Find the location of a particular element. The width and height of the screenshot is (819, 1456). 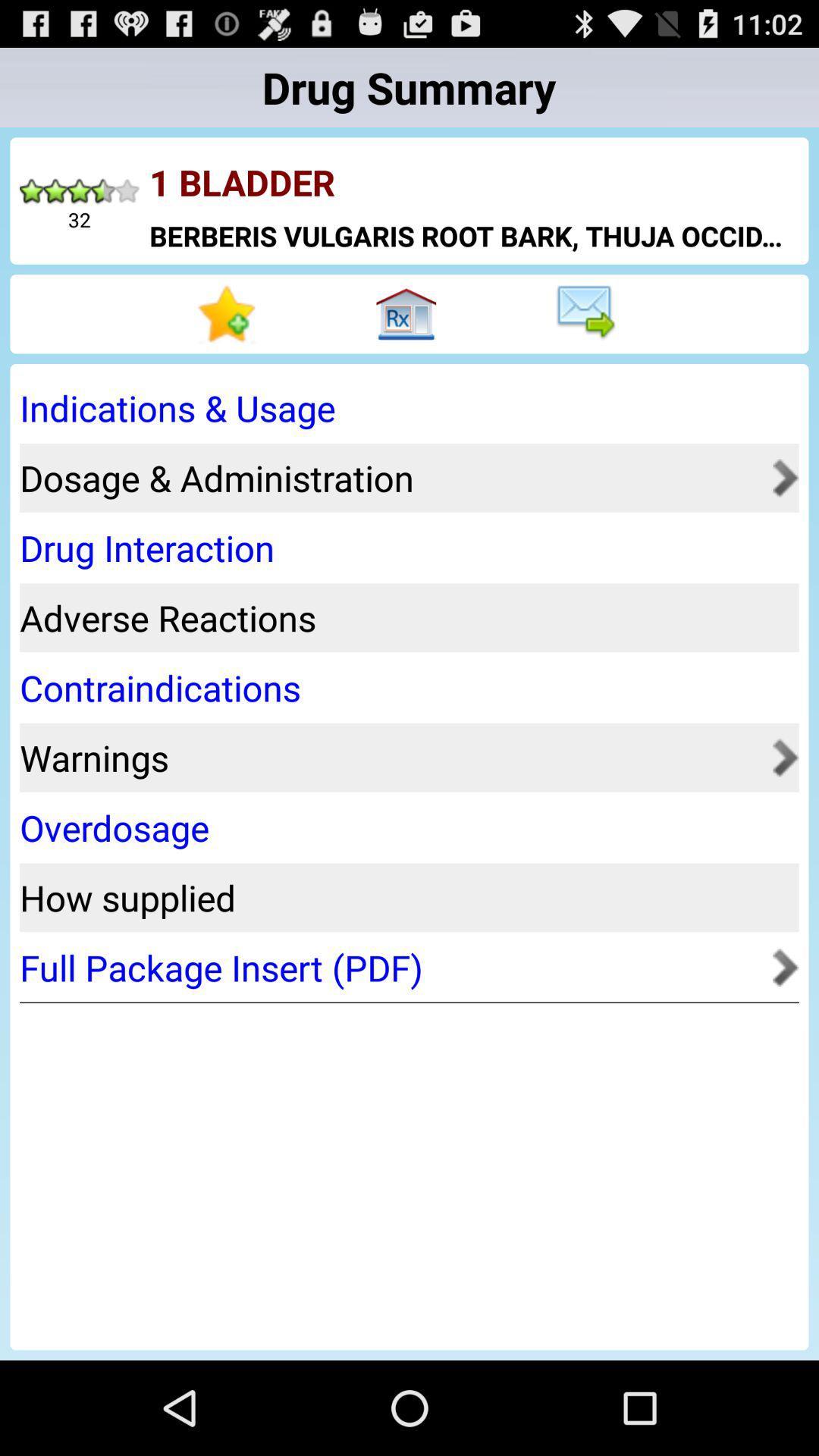

the dosage & administration item is located at coordinates (391, 477).